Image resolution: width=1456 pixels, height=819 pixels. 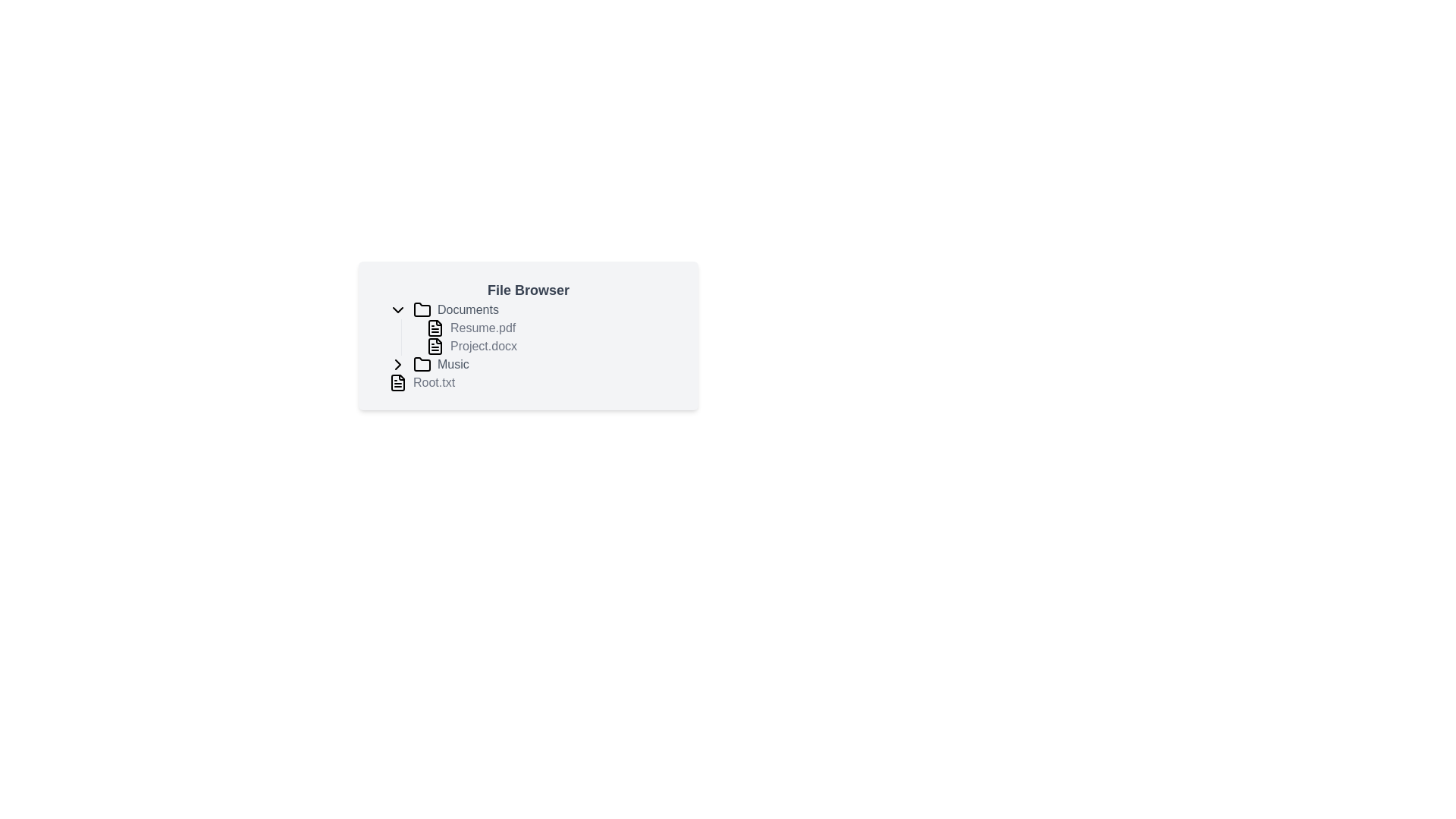 I want to click on the down-pointing chevron icon located to the left of the 'Documents' text, so click(x=397, y=309).